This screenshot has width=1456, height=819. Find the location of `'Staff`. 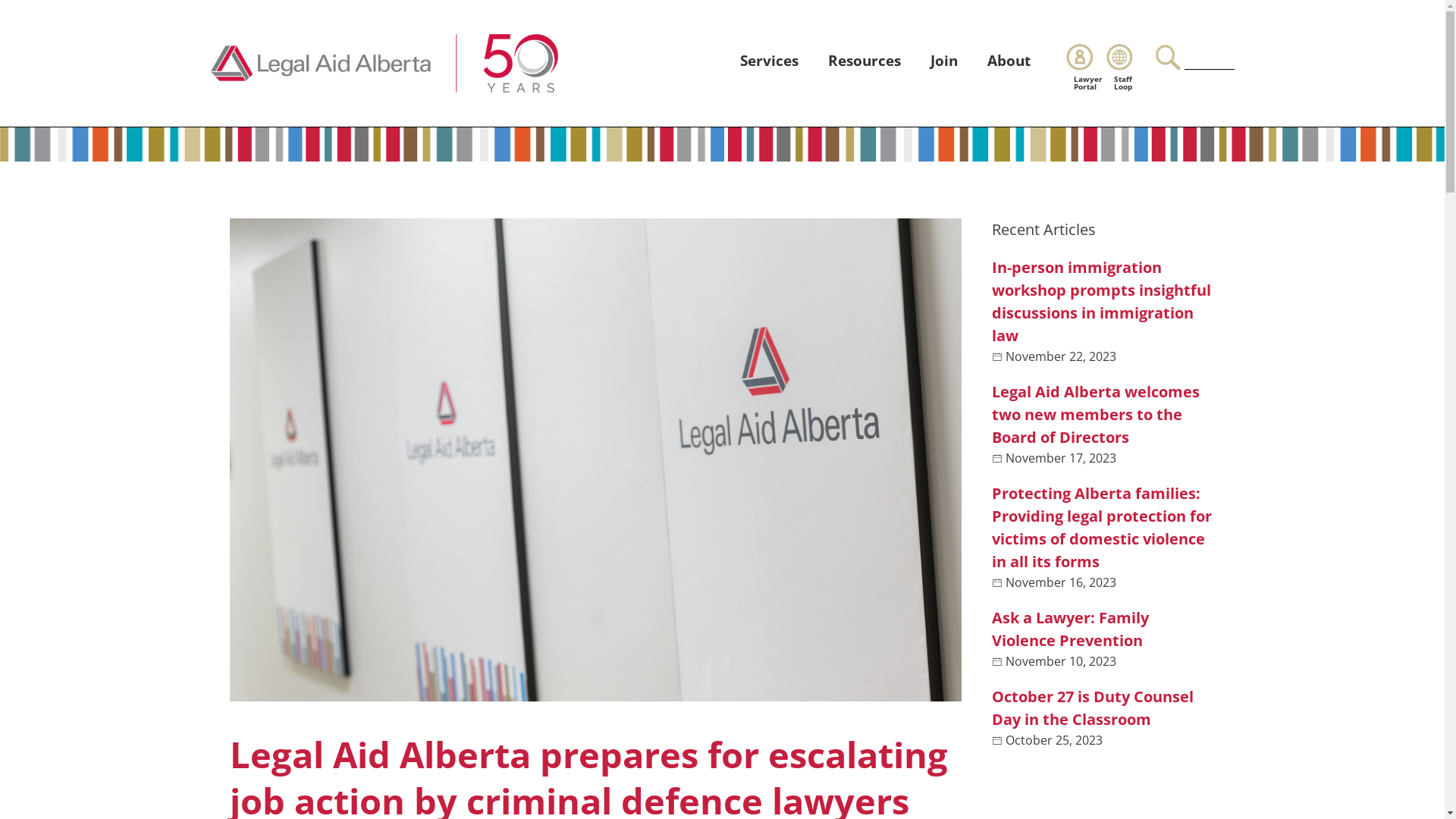

'Staff is located at coordinates (1126, 66).